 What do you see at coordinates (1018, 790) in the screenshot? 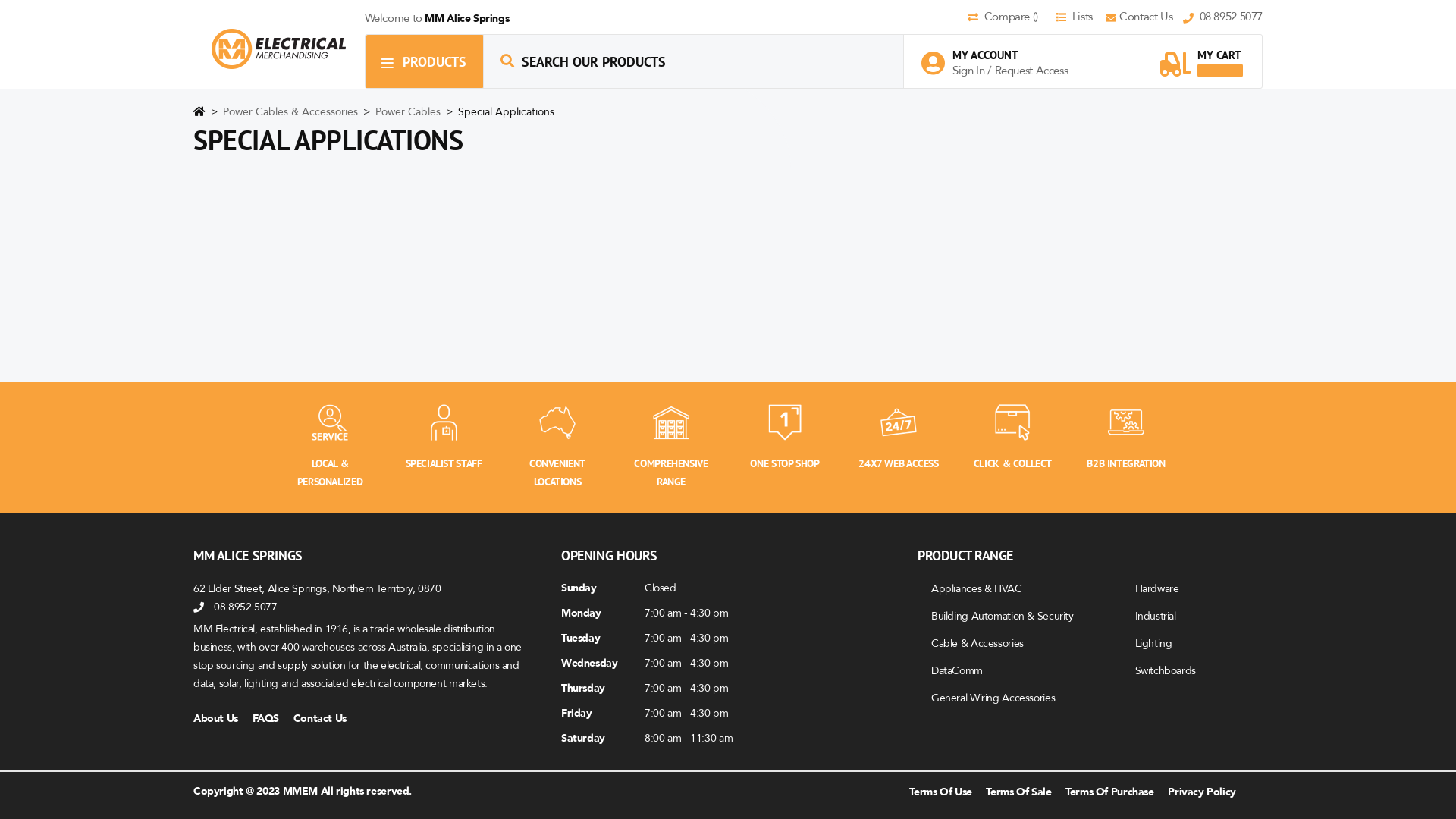
I see `'Terms Of Sale'` at bounding box center [1018, 790].